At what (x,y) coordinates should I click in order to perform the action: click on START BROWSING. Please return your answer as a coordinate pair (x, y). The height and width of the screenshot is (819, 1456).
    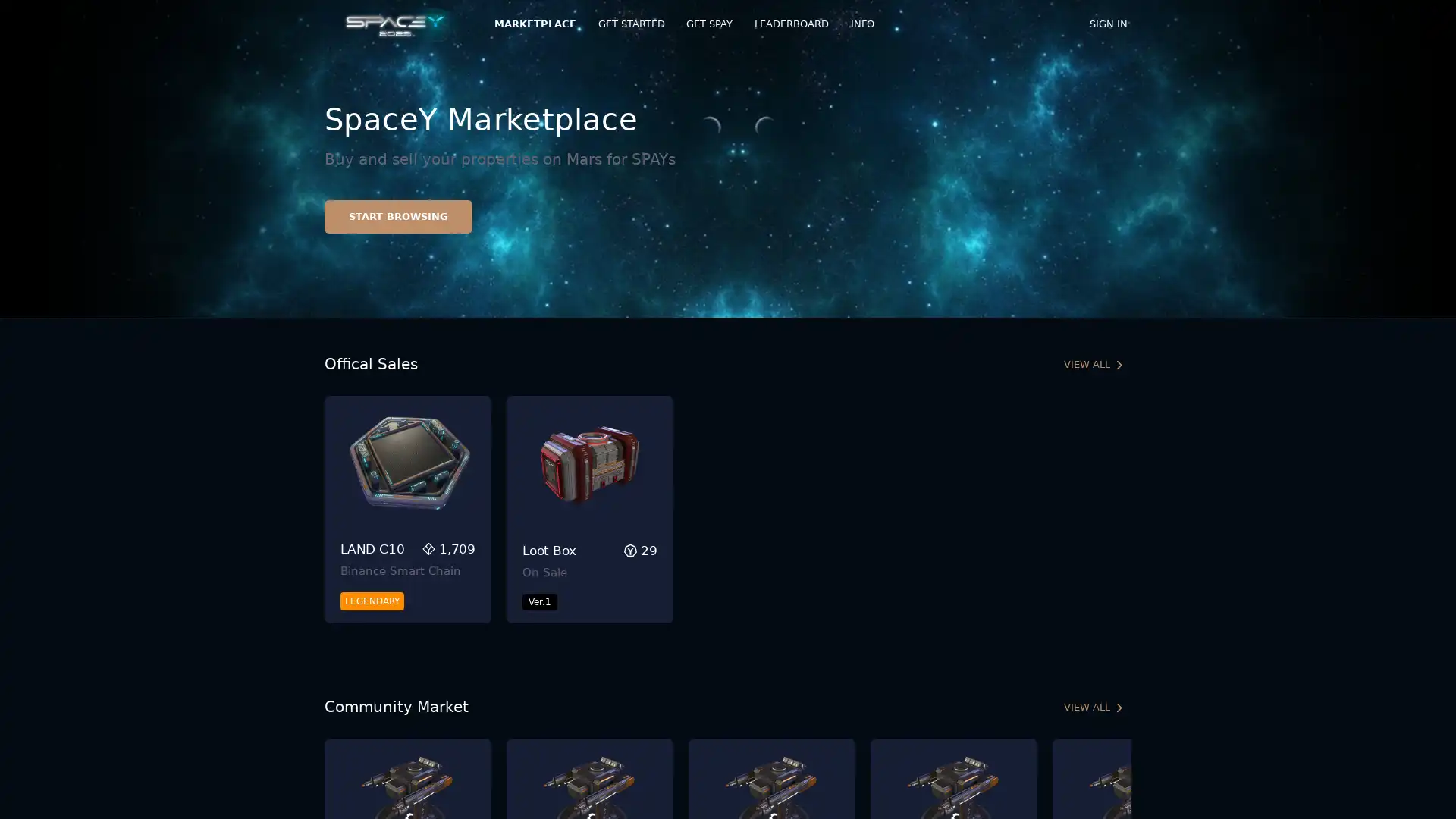
    Looking at the image, I should click on (398, 216).